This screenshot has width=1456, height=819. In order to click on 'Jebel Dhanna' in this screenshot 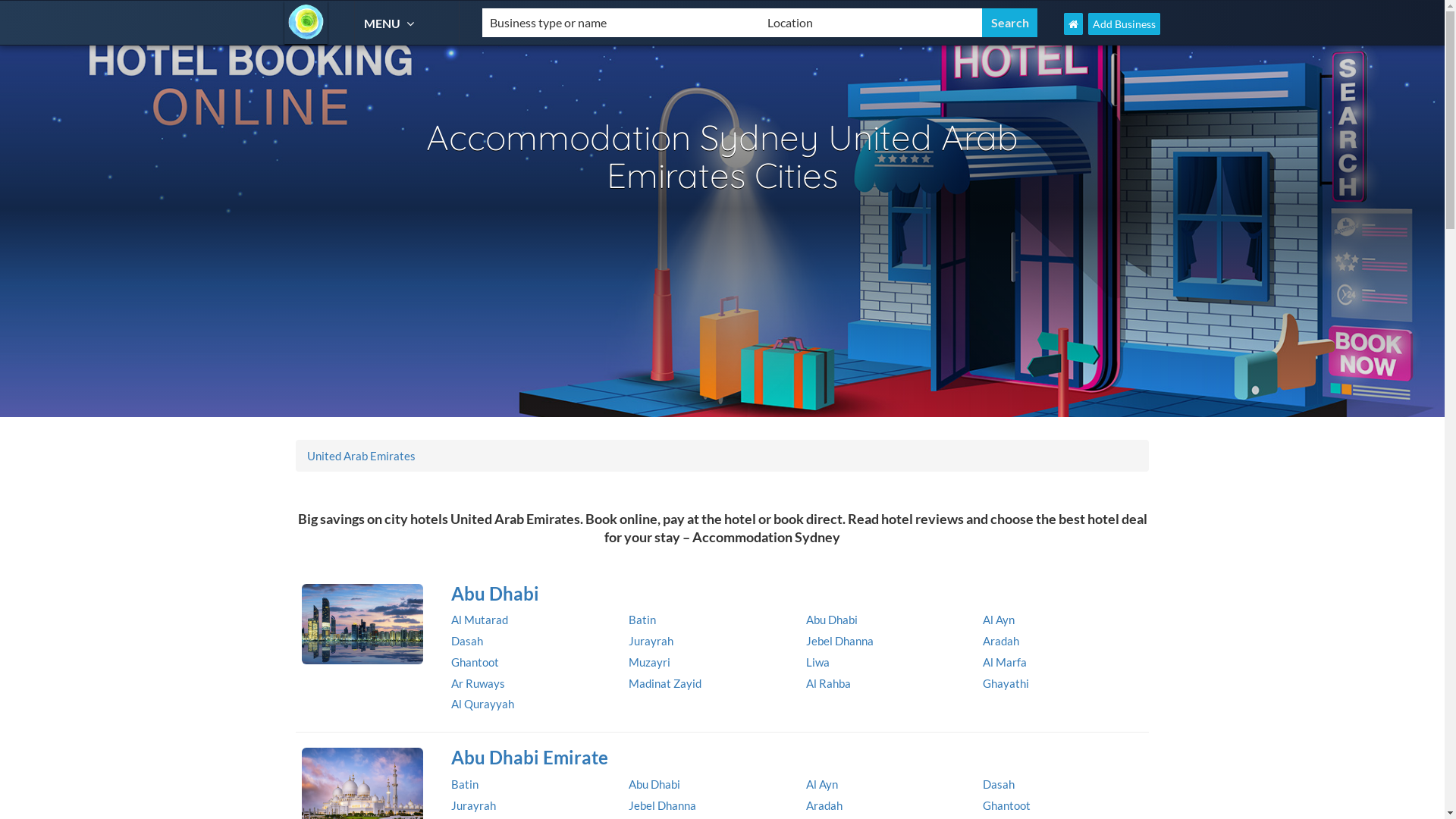, I will do `click(662, 804)`.